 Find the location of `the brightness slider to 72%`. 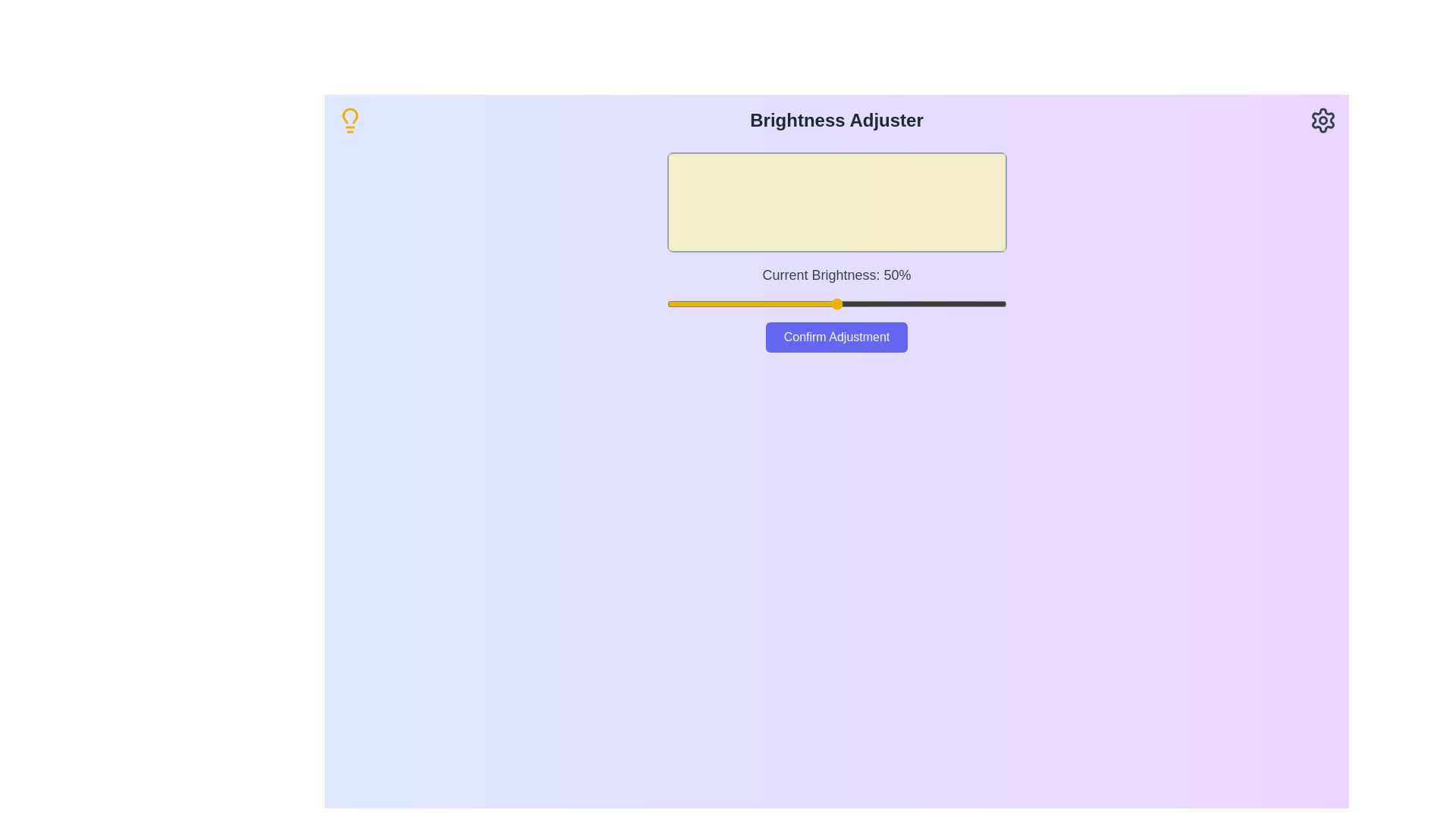

the brightness slider to 72% is located at coordinates (911, 304).